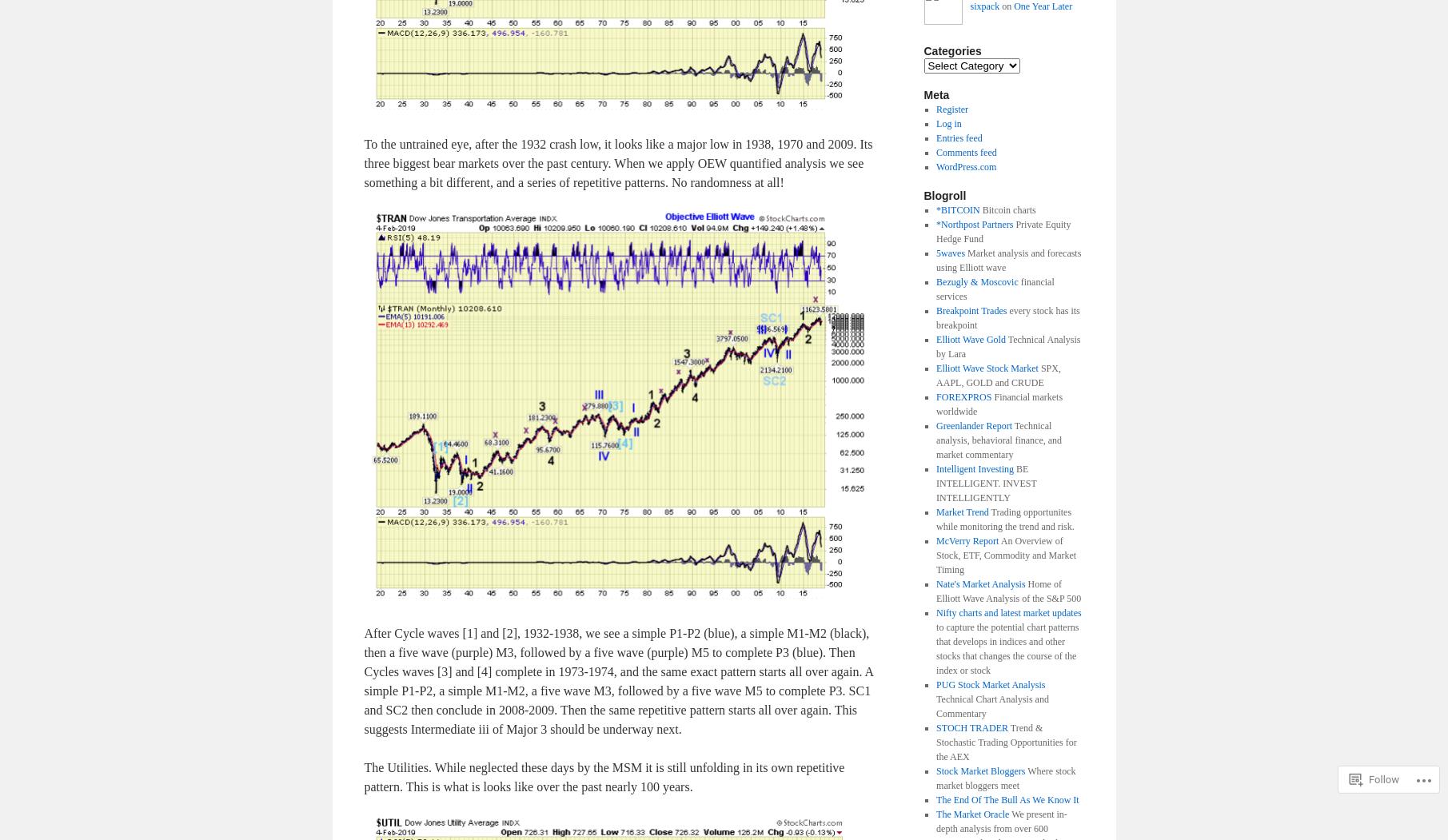 This screenshot has width=1448, height=840. Describe the element at coordinates (1008, 590) in the screenshot. I see `'Home of Elliott Wave Analysis of the S&P 500'` at that location.